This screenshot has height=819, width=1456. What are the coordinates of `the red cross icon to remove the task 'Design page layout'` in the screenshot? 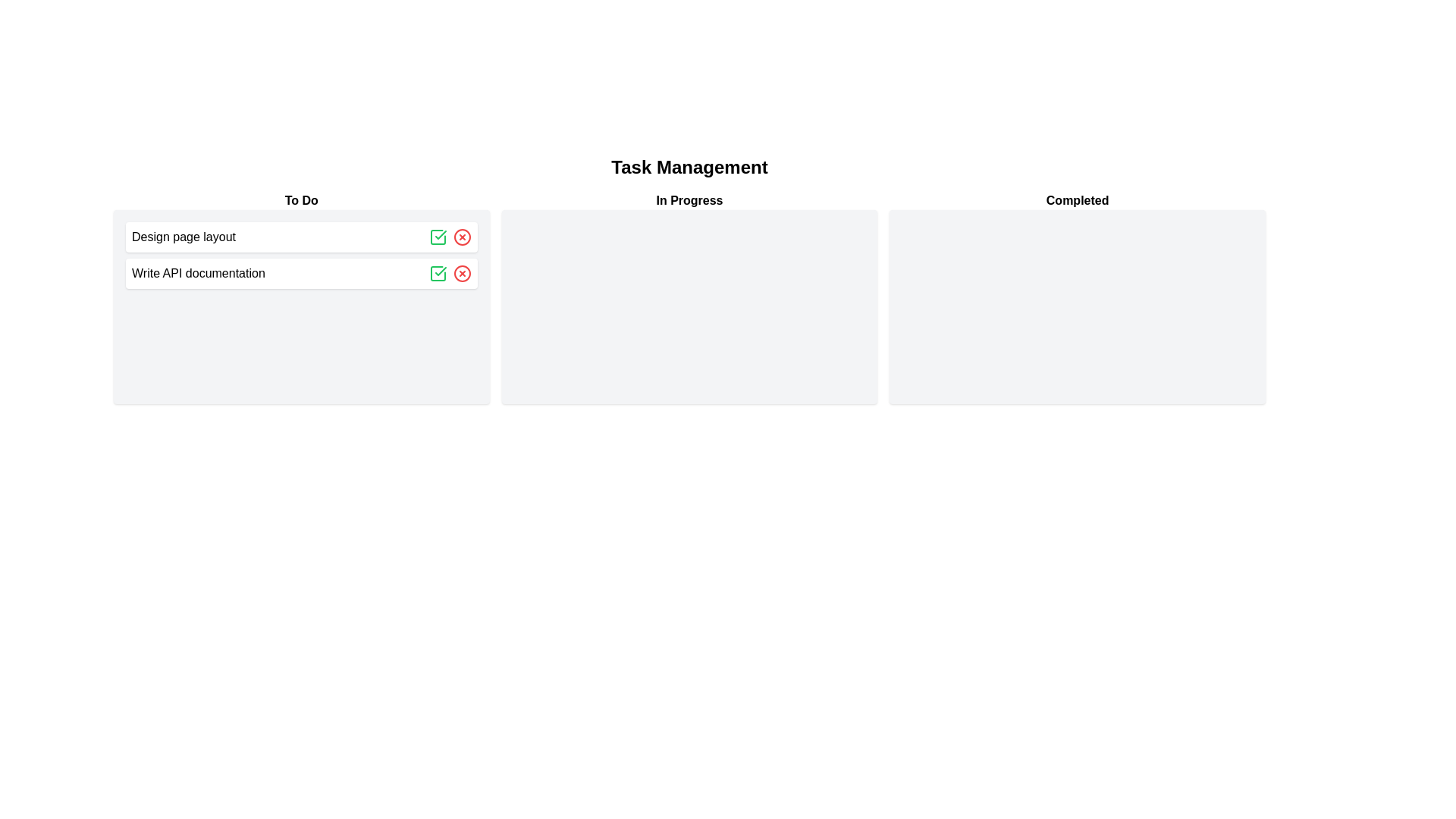 It's located at (461, 237).